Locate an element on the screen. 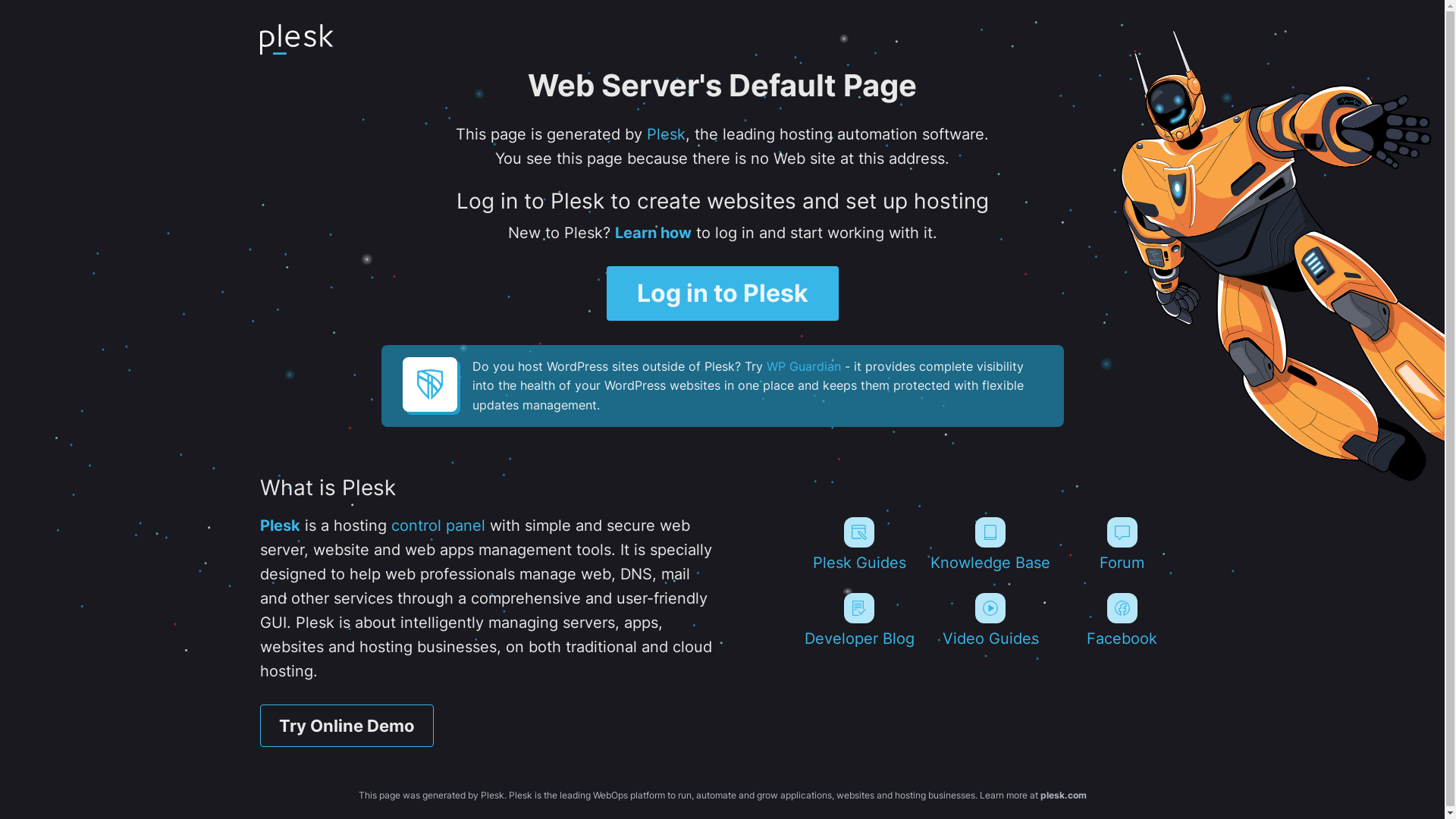  'Learn how' is located at coordinates (652, 233).